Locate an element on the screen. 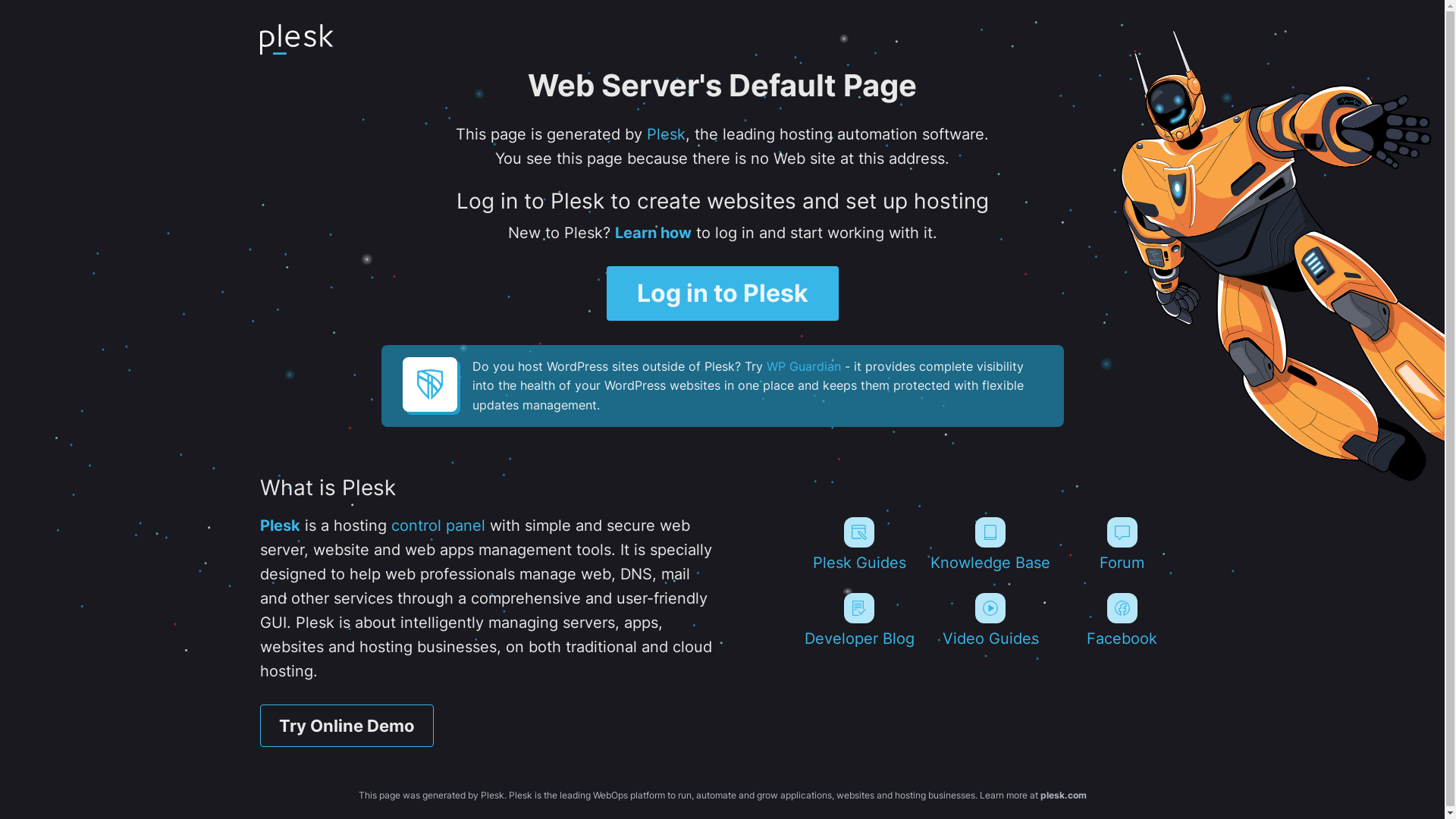  'Learn how' is located at coordinates (652, 233).